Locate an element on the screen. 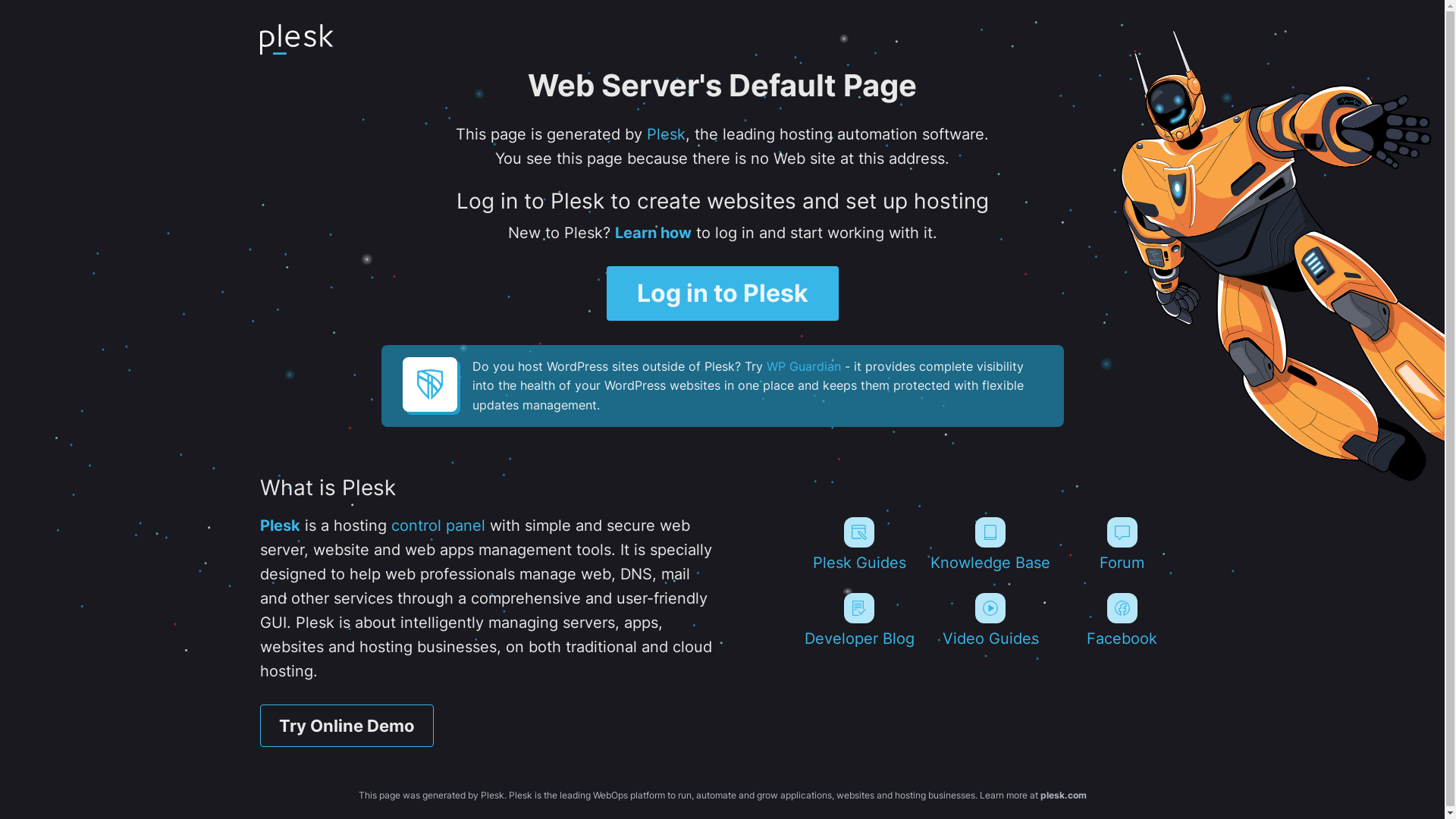  'Learn how' is located at coordinates (652, 233).